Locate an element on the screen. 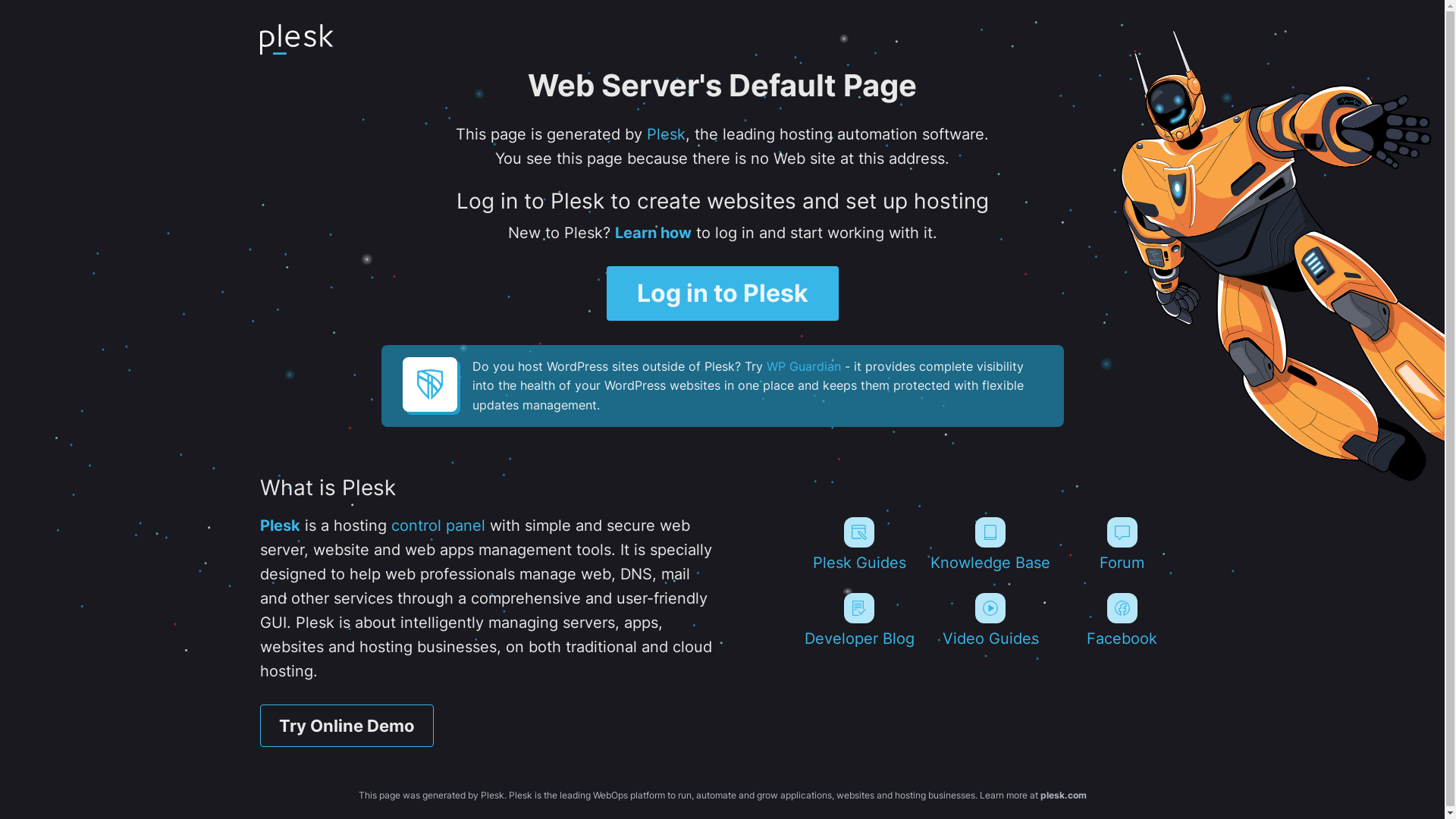  'Learn how' is located at coordinates (652, 233).